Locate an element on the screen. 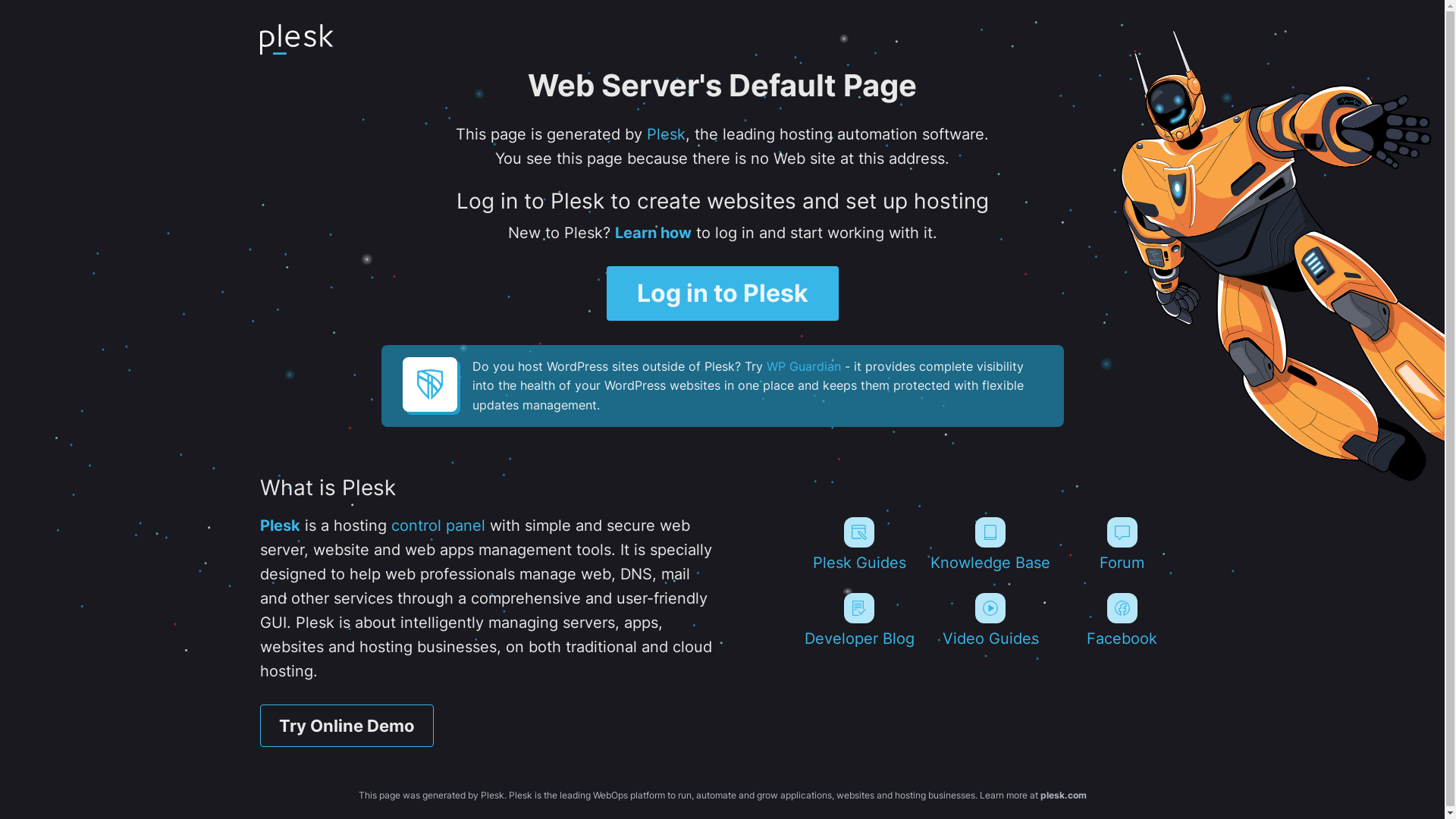  'Learn how' is located at coordinates (652, 233).